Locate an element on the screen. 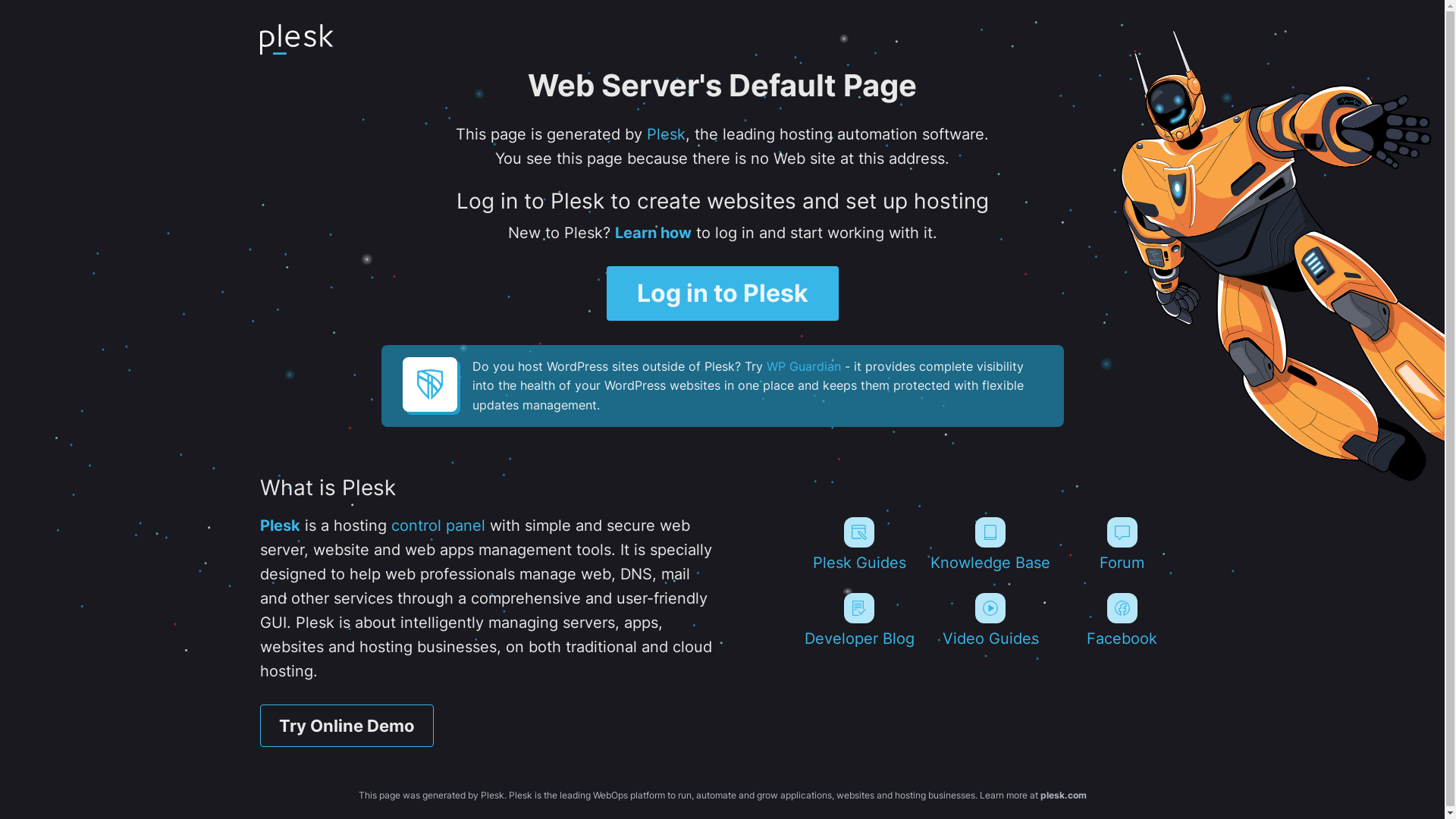  'Learn how' is located at coordinates (652, 233).